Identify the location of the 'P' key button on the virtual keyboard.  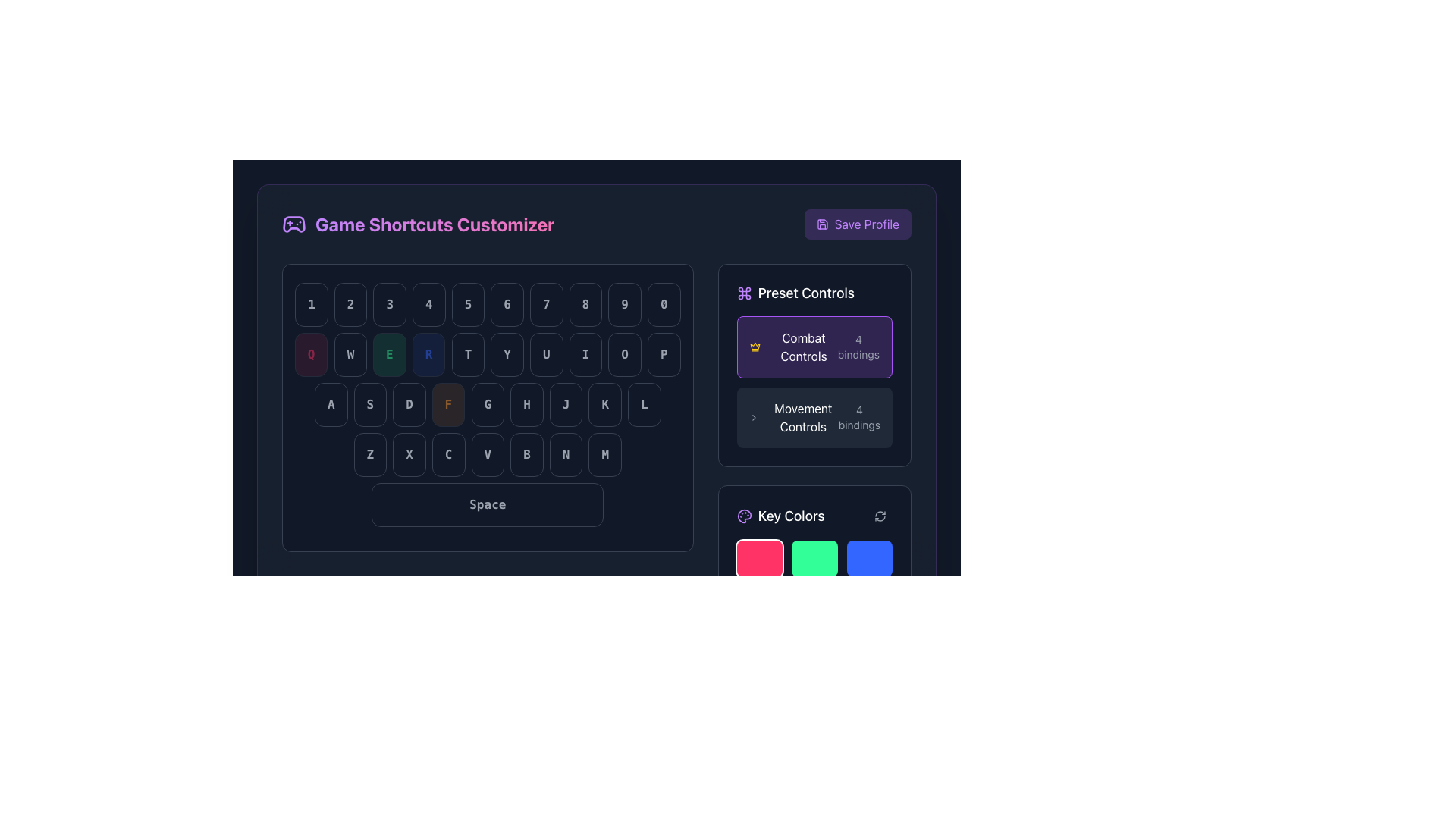
(664, 354).